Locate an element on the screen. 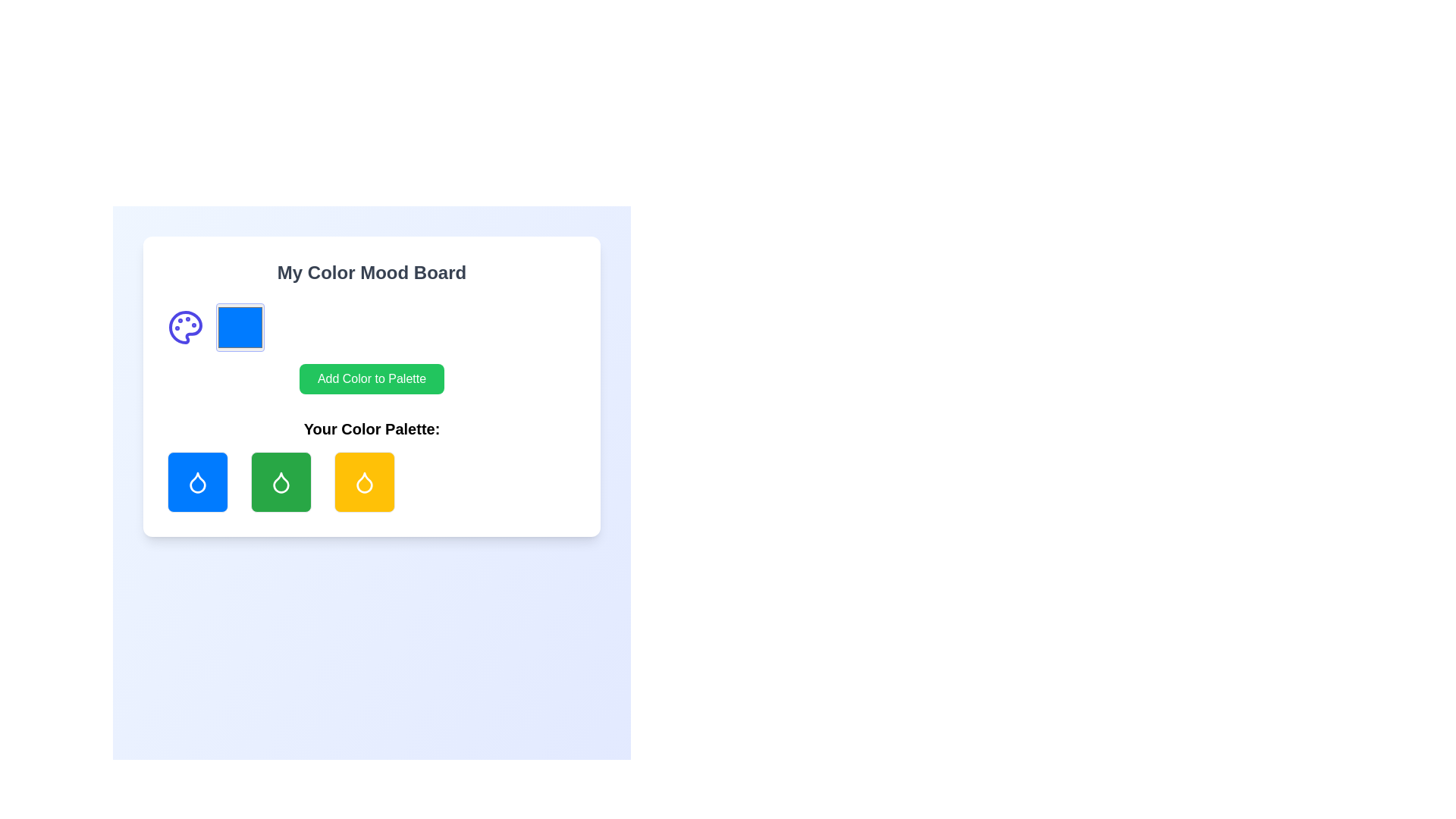 The height and width of the screenshot is (819, 1456). the droplet-shaped icon with a white outline against a green rounded rectangle background located at the center of the 'Your Color Palette' row is located at coordinates (281, 482).